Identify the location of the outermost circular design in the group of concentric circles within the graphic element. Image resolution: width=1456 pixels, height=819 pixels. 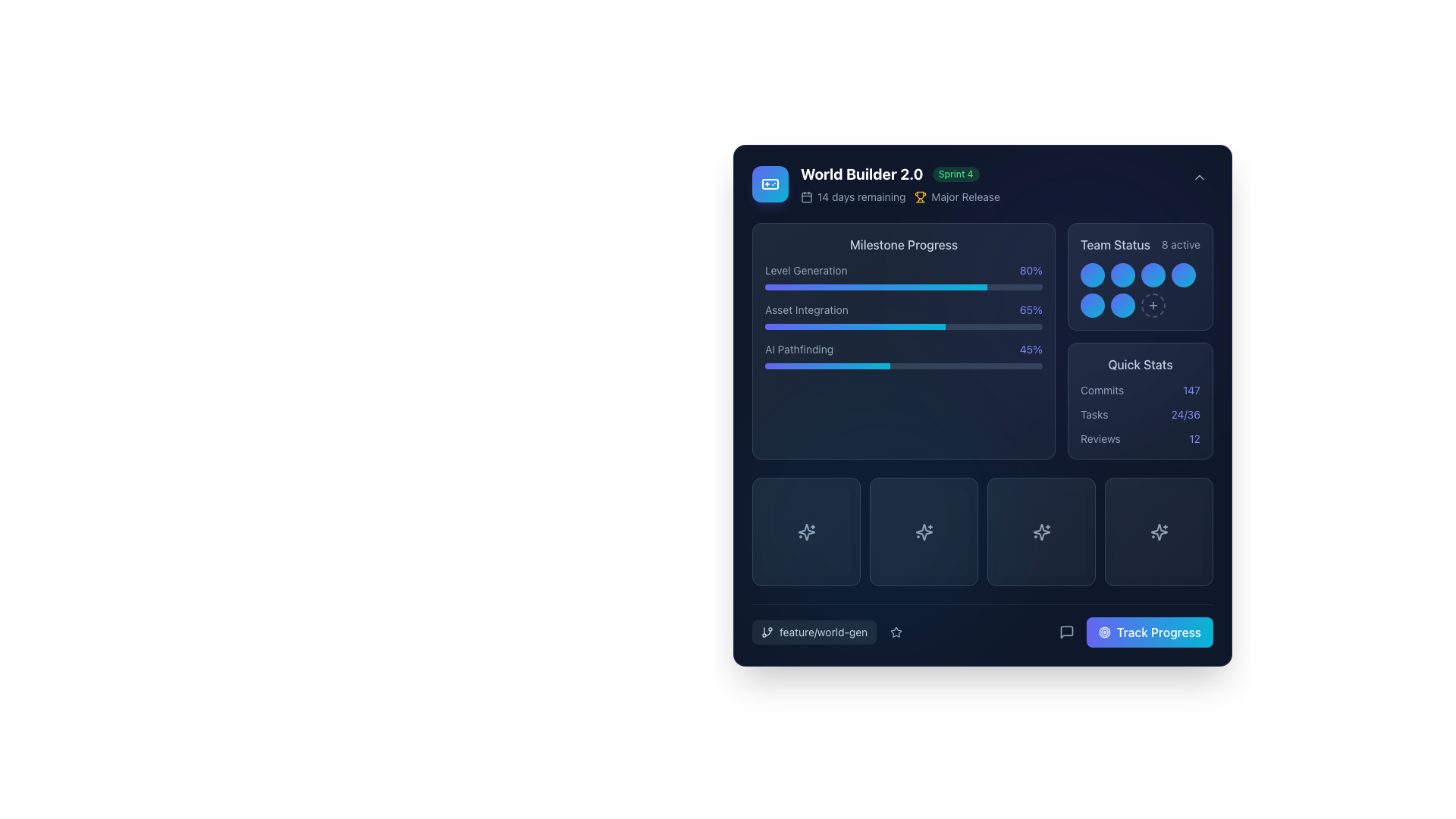
(1104, 632).